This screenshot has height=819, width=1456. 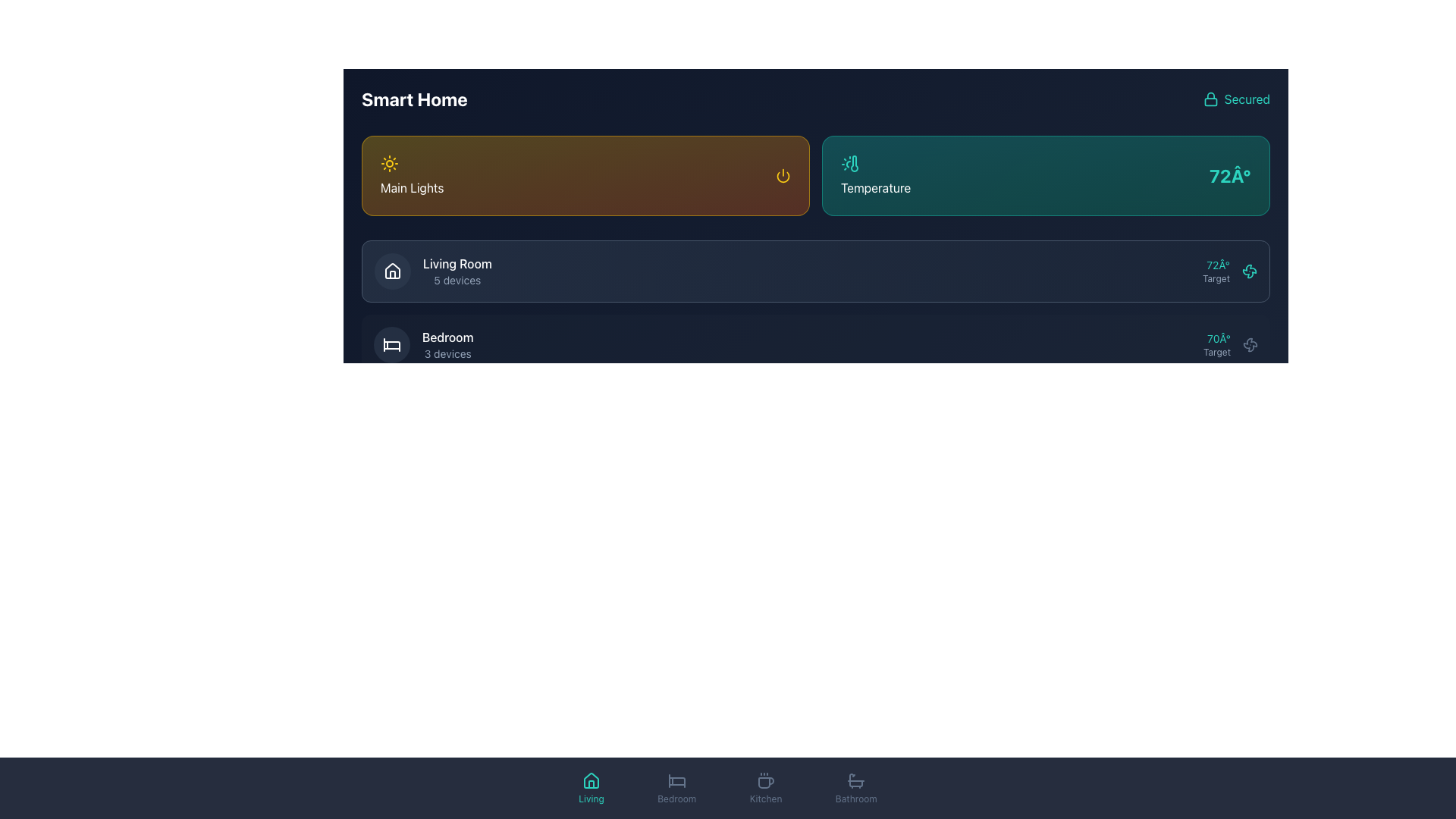 I want to click on the Static Label indicating security status, positioned in the top-right corner of the main interface, so click(x=1247, y=99).